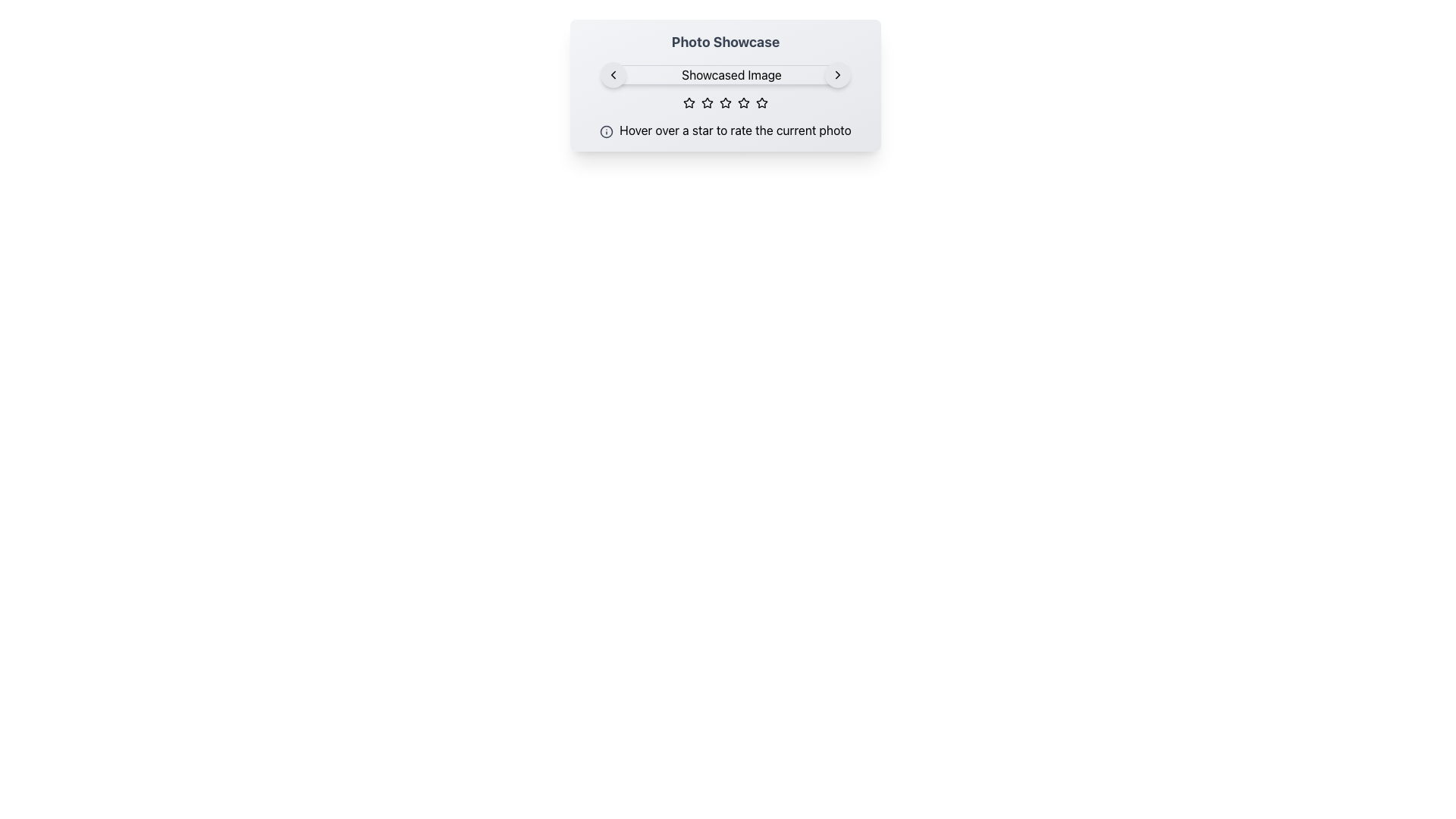 The image size is (1456, 819). What do you see at coordinates (761, 102) in the screenshot?
I see `the fifth star in the star-rating control system to rate the item` at bounding box center [761, 102].